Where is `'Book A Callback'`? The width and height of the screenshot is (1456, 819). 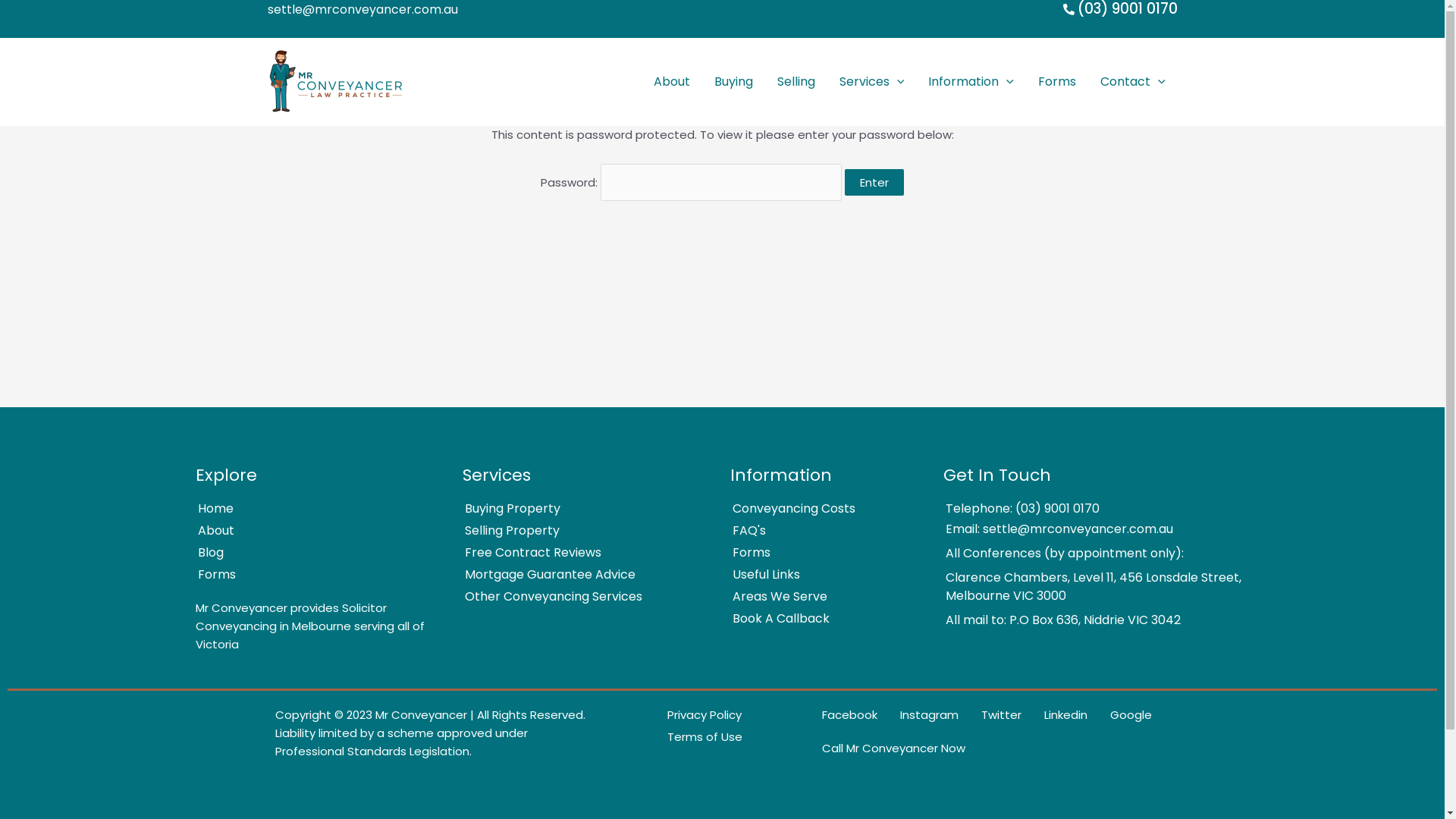 'Book A Callback' is located at coordinates (818, 619).